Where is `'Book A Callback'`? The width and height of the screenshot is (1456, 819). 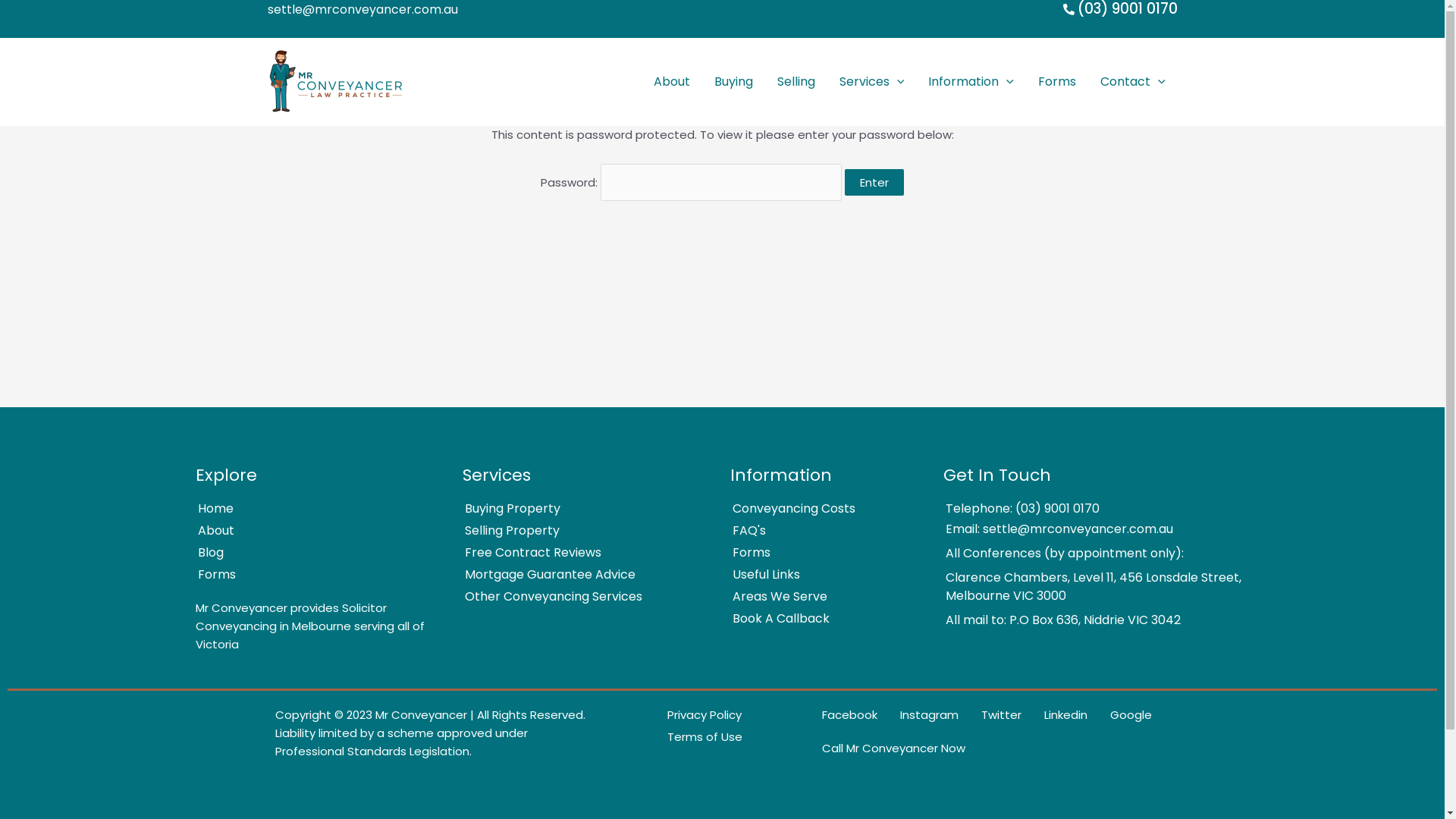 'Book A Callback' is located at coordinates (818, 619).